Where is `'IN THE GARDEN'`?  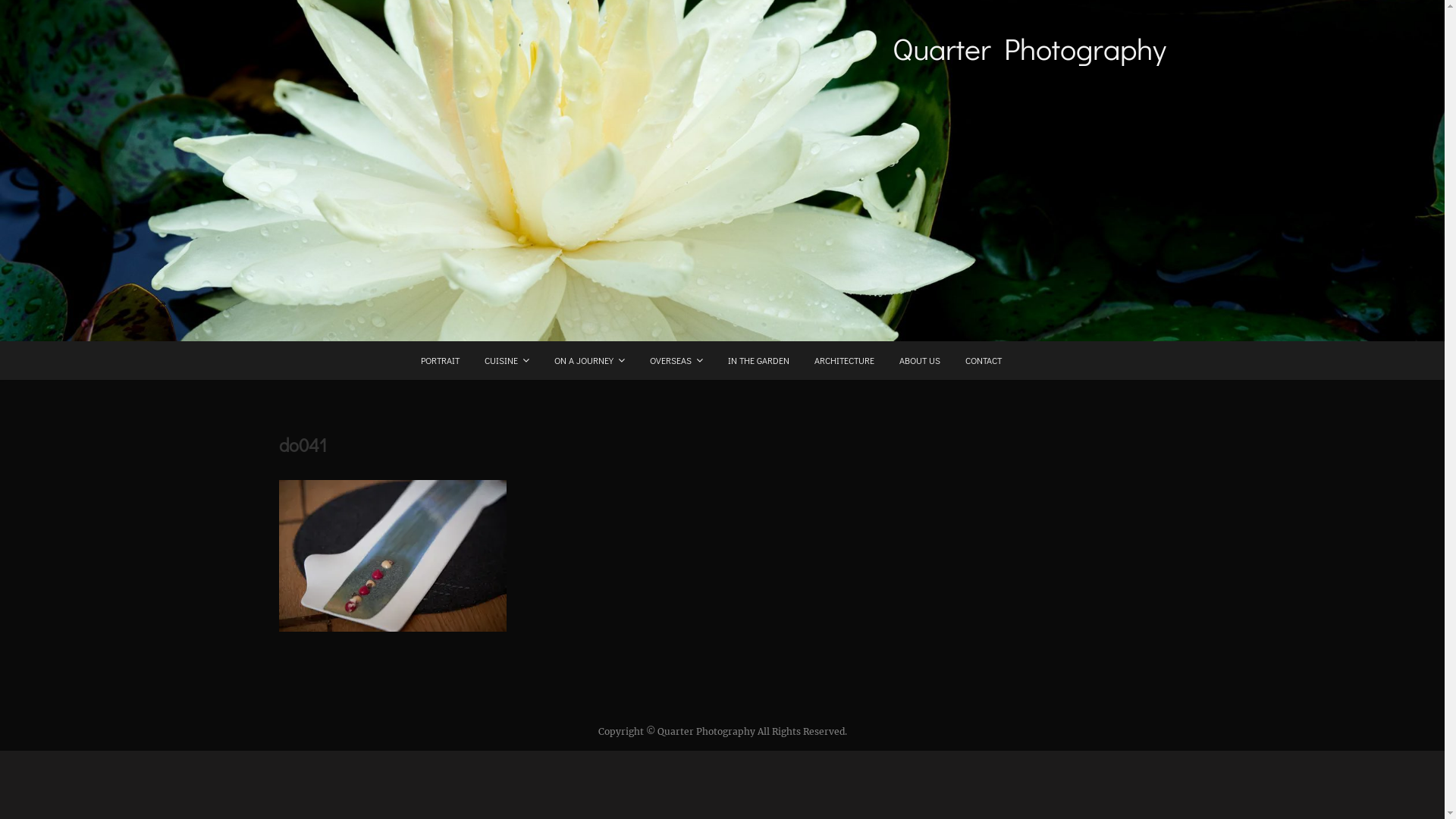 'IN THE GARDEN' is located at coordinates (758, 360).